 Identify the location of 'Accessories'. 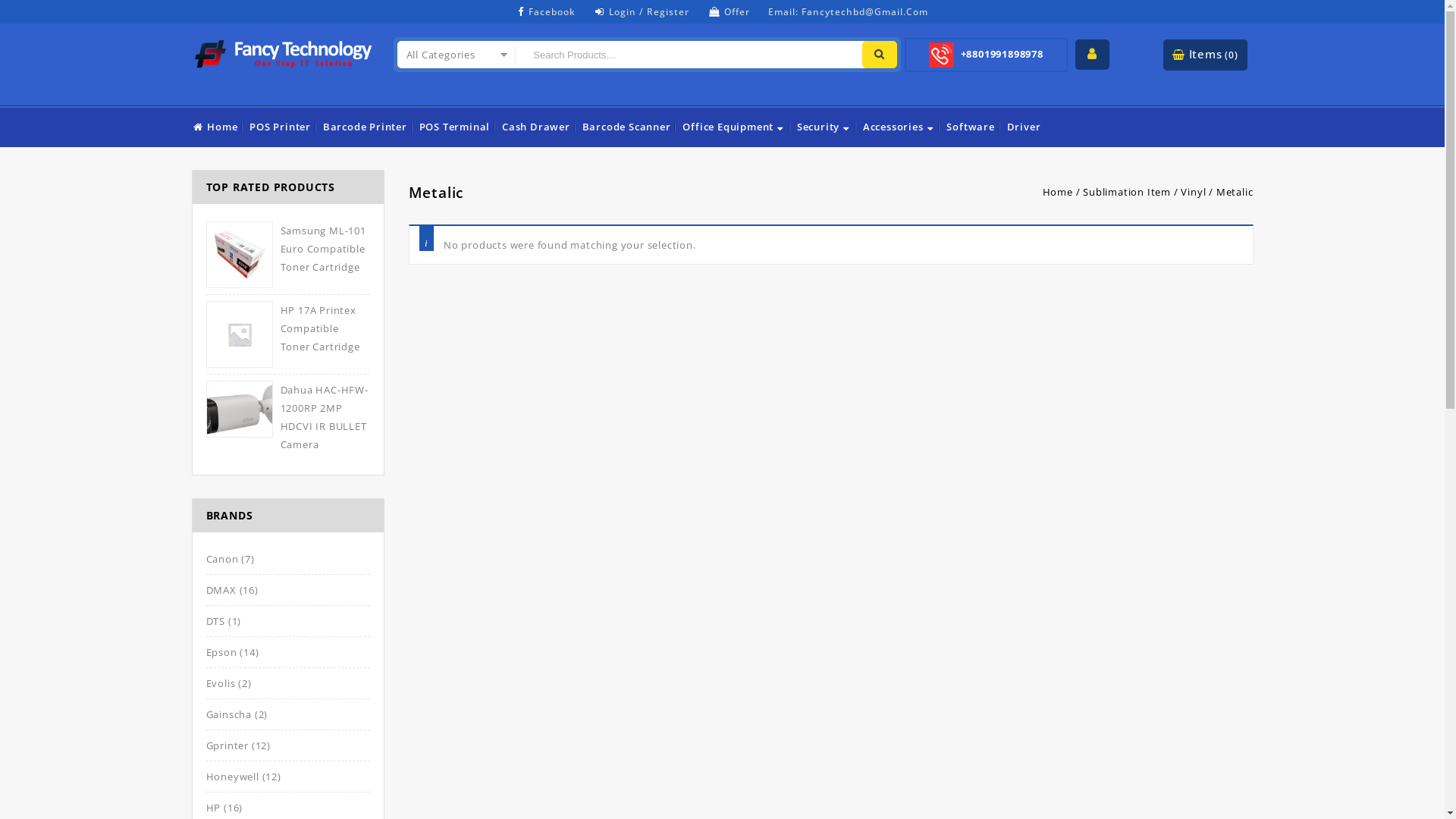
(899, 125).